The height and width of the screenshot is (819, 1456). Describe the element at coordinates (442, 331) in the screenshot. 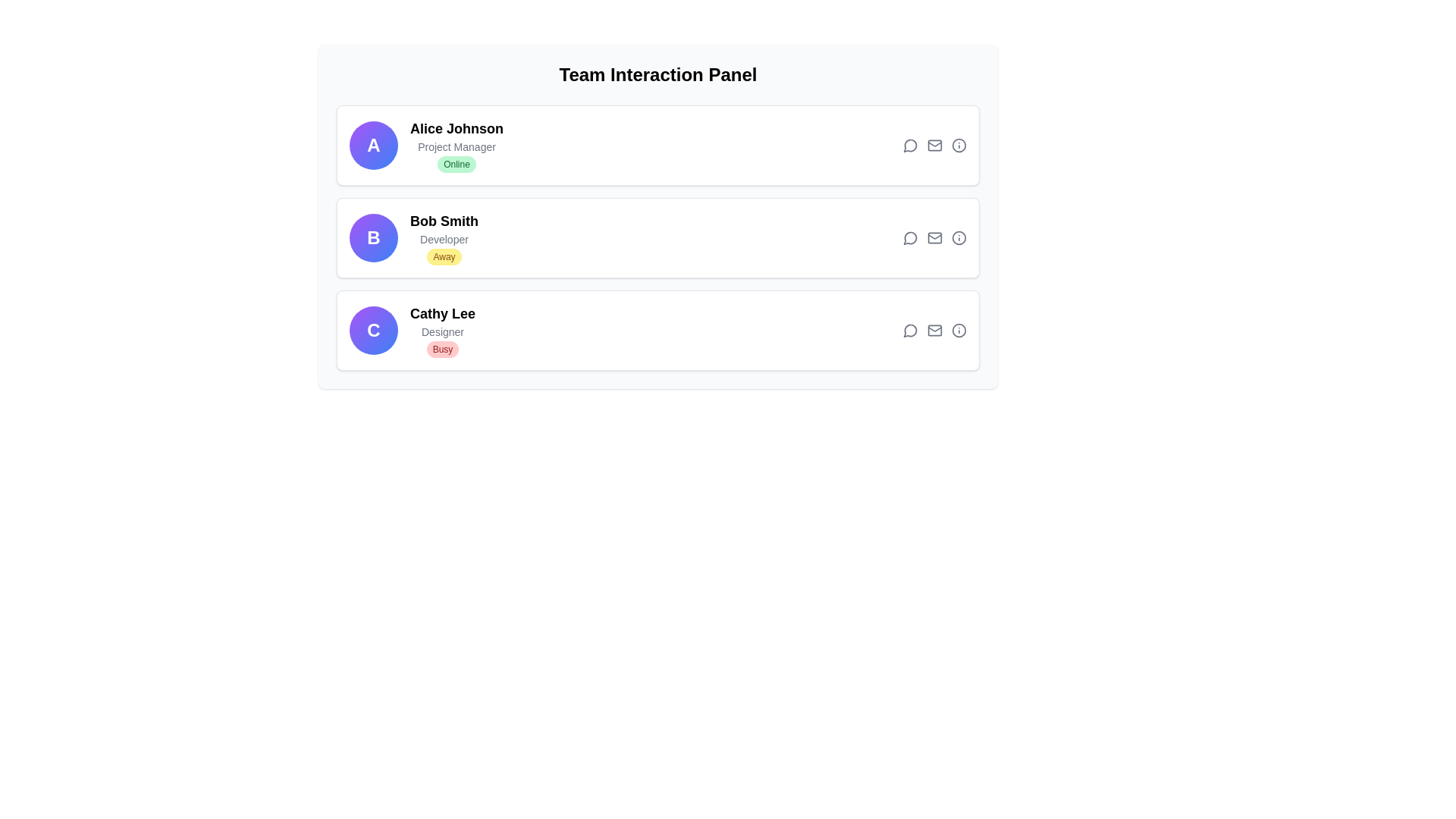

I see `the text descriptor for user 'Cathy Lee' indicating her role as 'Designer', which is located in the profile section of the 'Team Interaction Panel'` at that location.